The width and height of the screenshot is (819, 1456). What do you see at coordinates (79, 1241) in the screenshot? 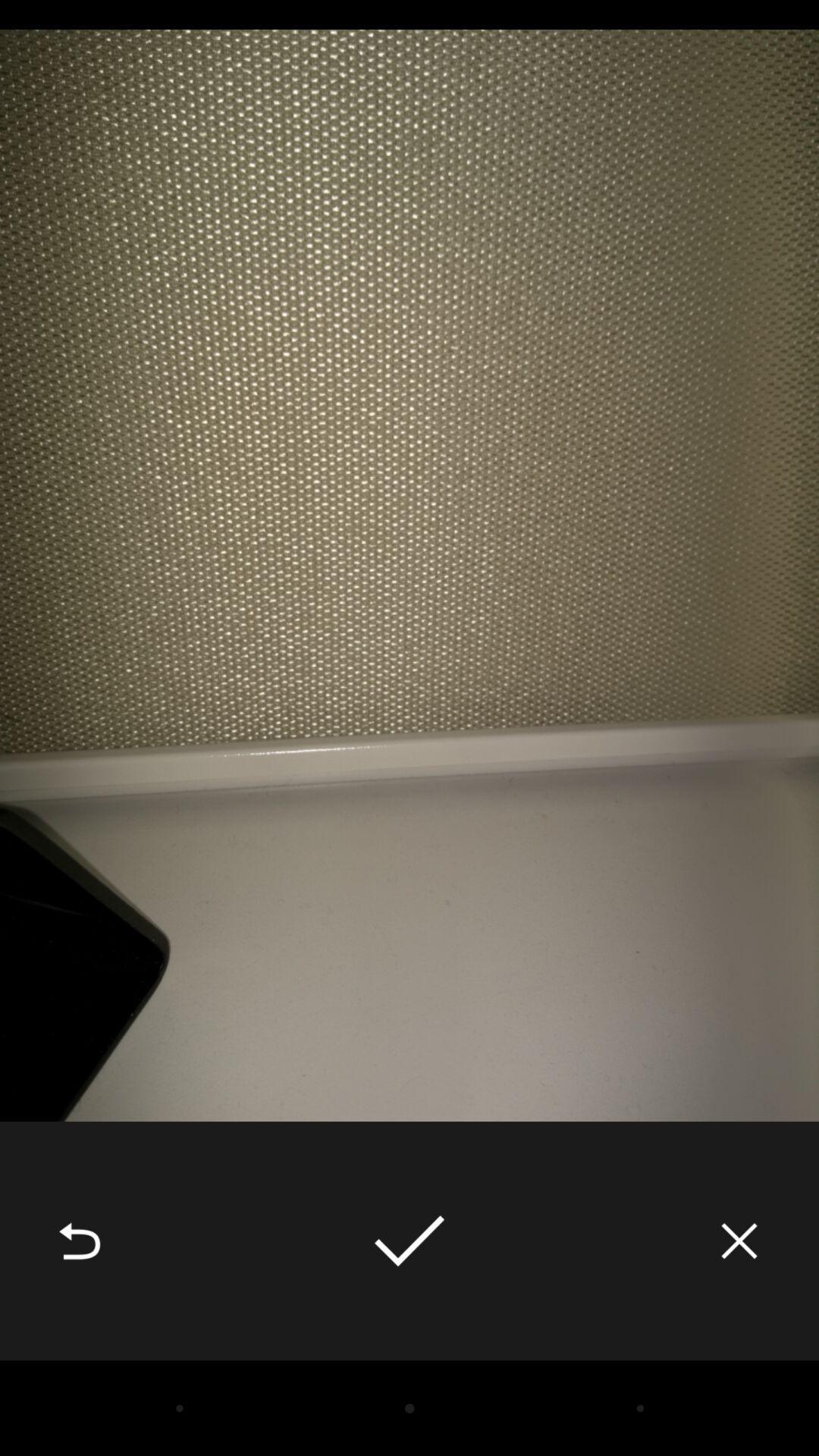
I see `the icon at the bottom left corner` at bounding box center [79, 1241].